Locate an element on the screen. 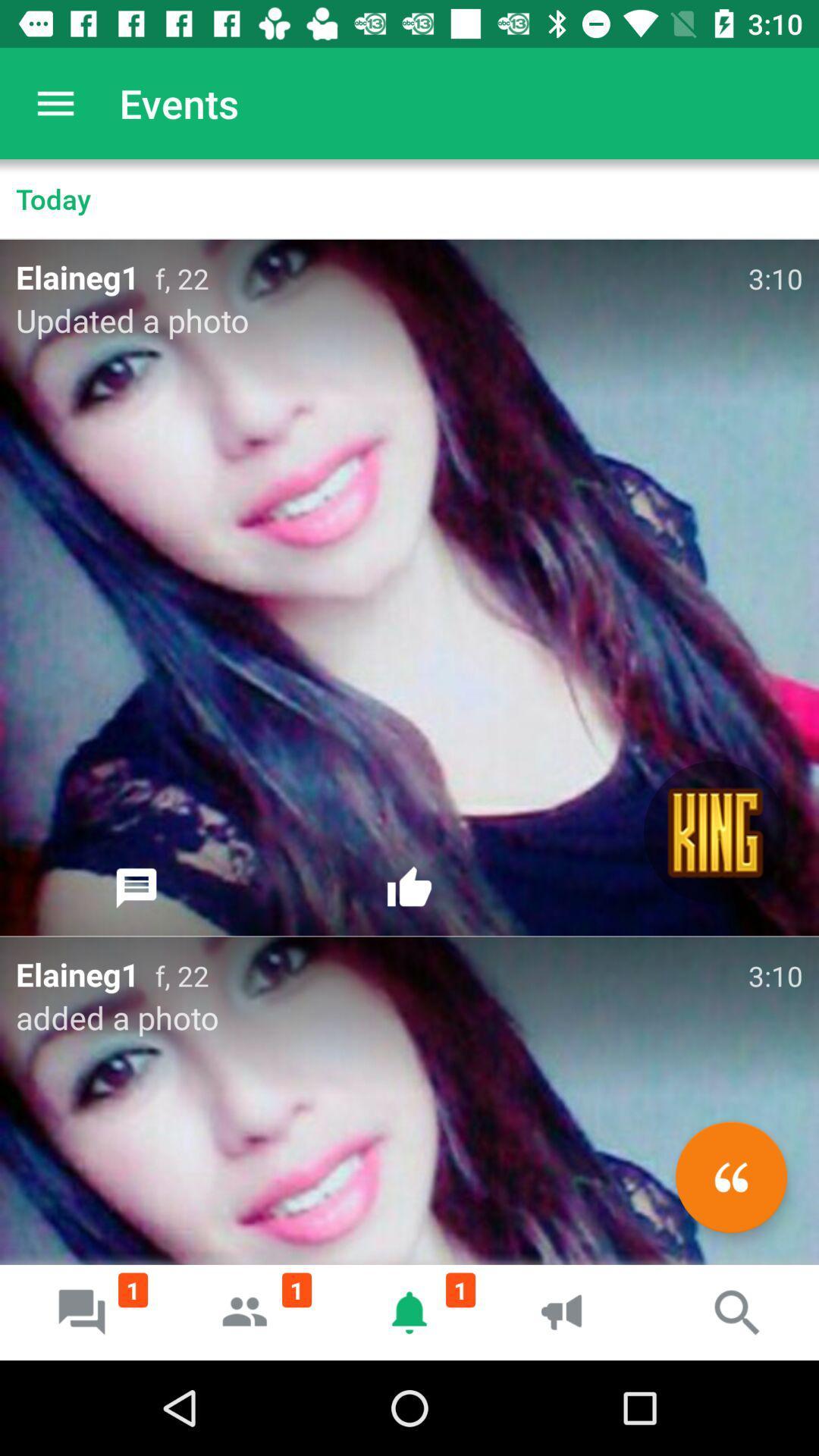  item above today item is located at coordinates (55, 102).